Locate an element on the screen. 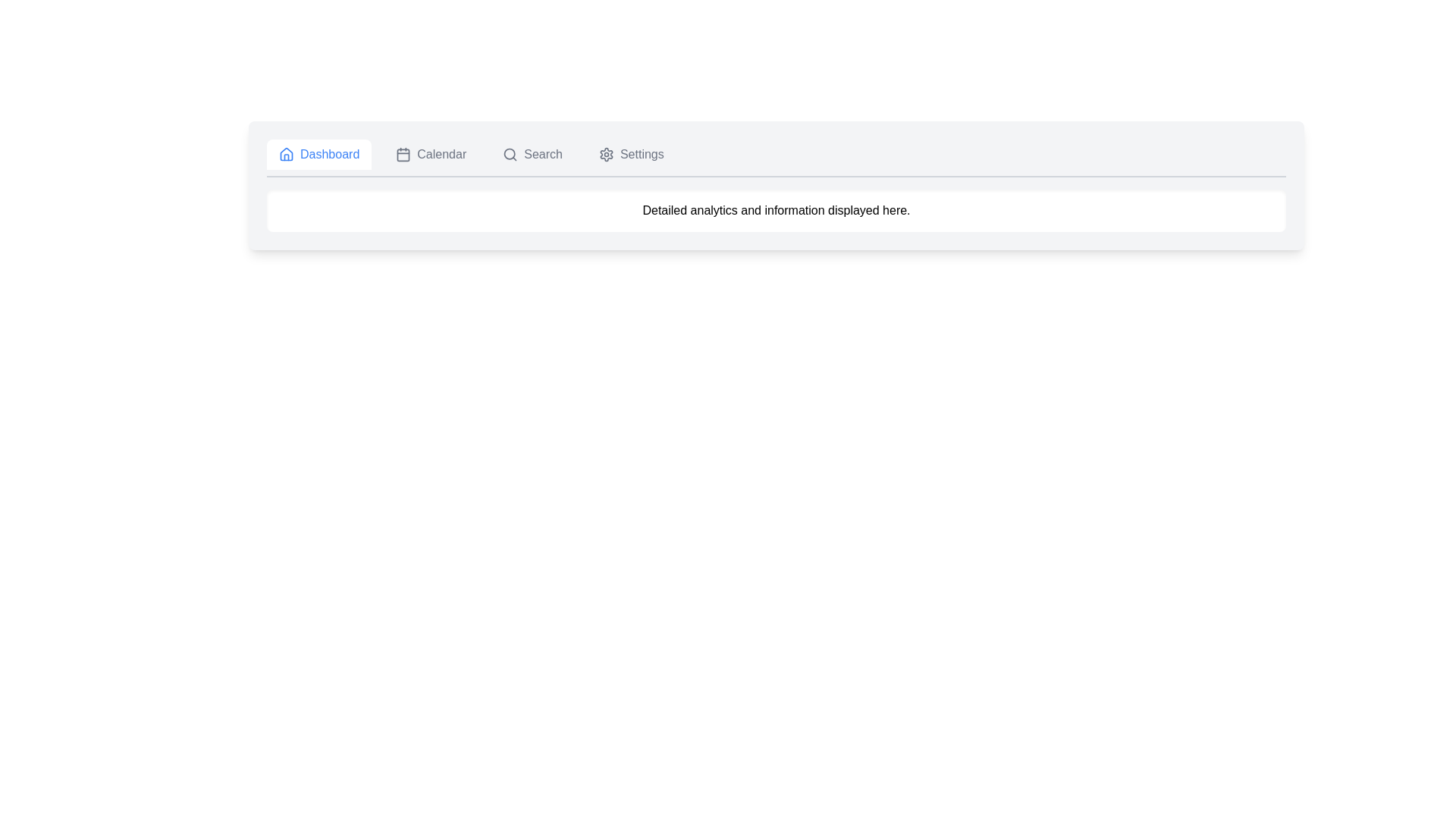  the Gear/Settings icon located in the header navigation bar, which is visually associated with the 'Settings' text is located at coordinates (605, 155).